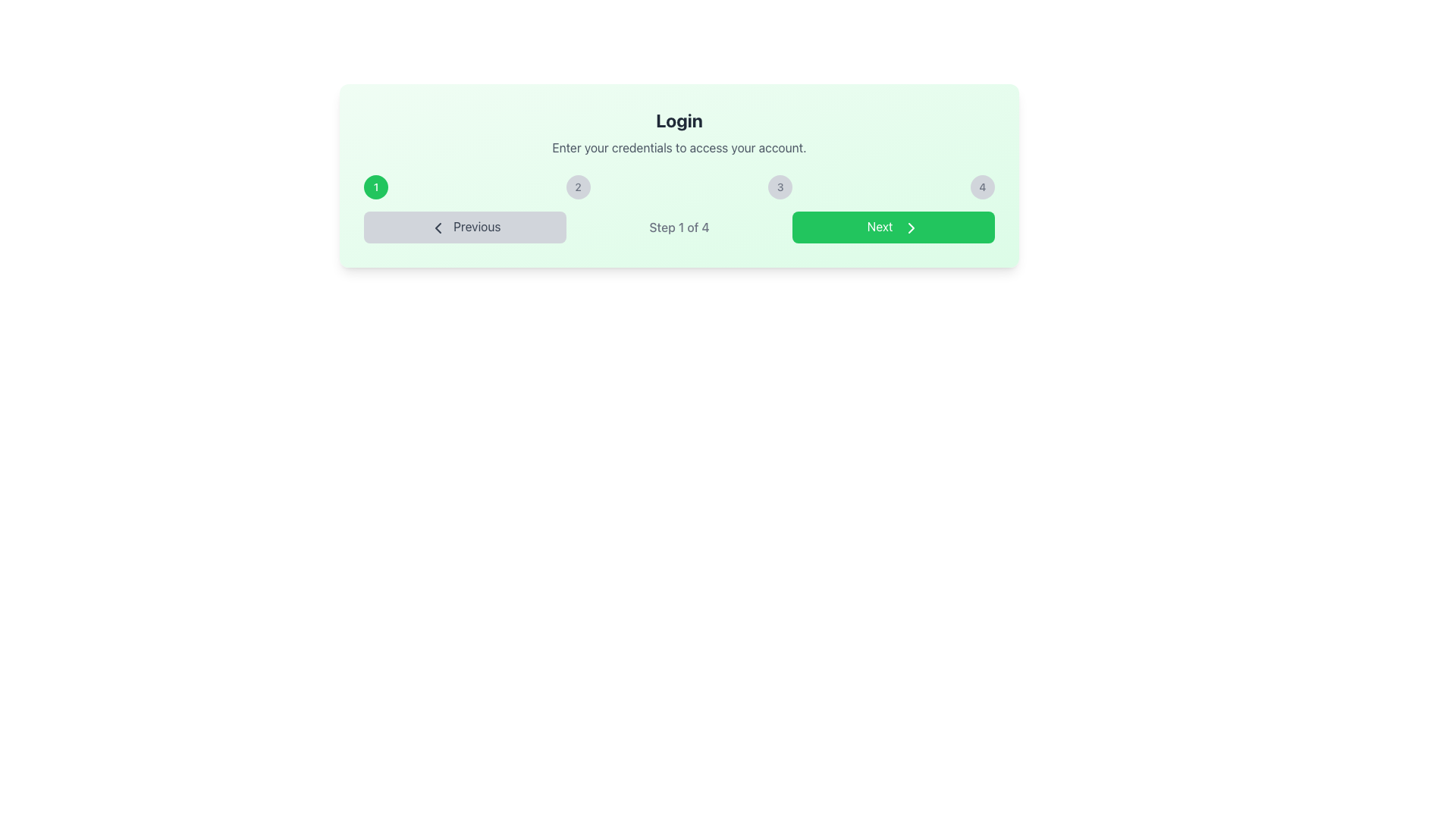  I want to click on the active step indicator button labeled '1' with a green background, so click(679, 186).